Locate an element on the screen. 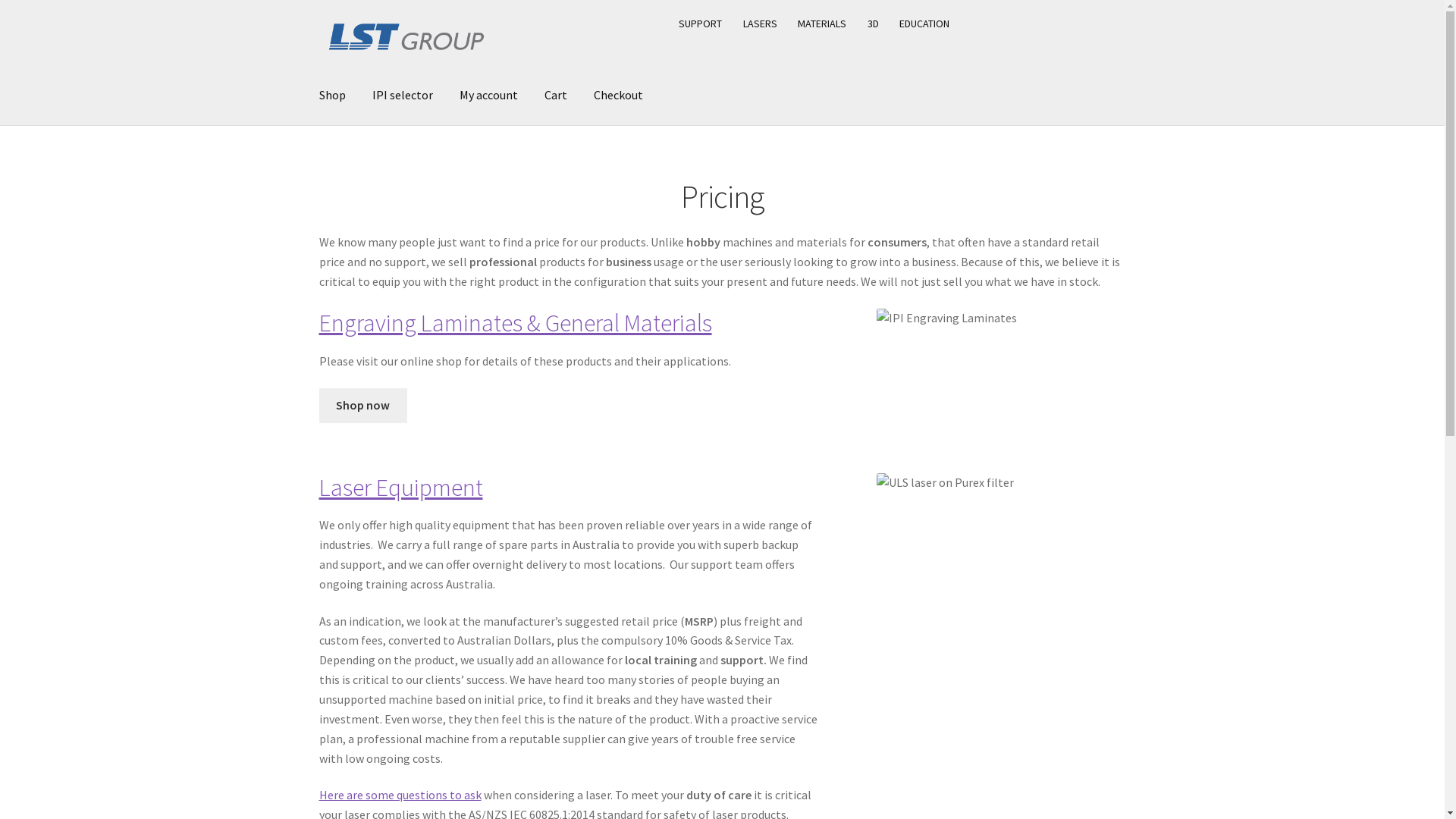 The width and height of the screenshot is (1456, 819). 'My account' is located at coordinates (488, 96).